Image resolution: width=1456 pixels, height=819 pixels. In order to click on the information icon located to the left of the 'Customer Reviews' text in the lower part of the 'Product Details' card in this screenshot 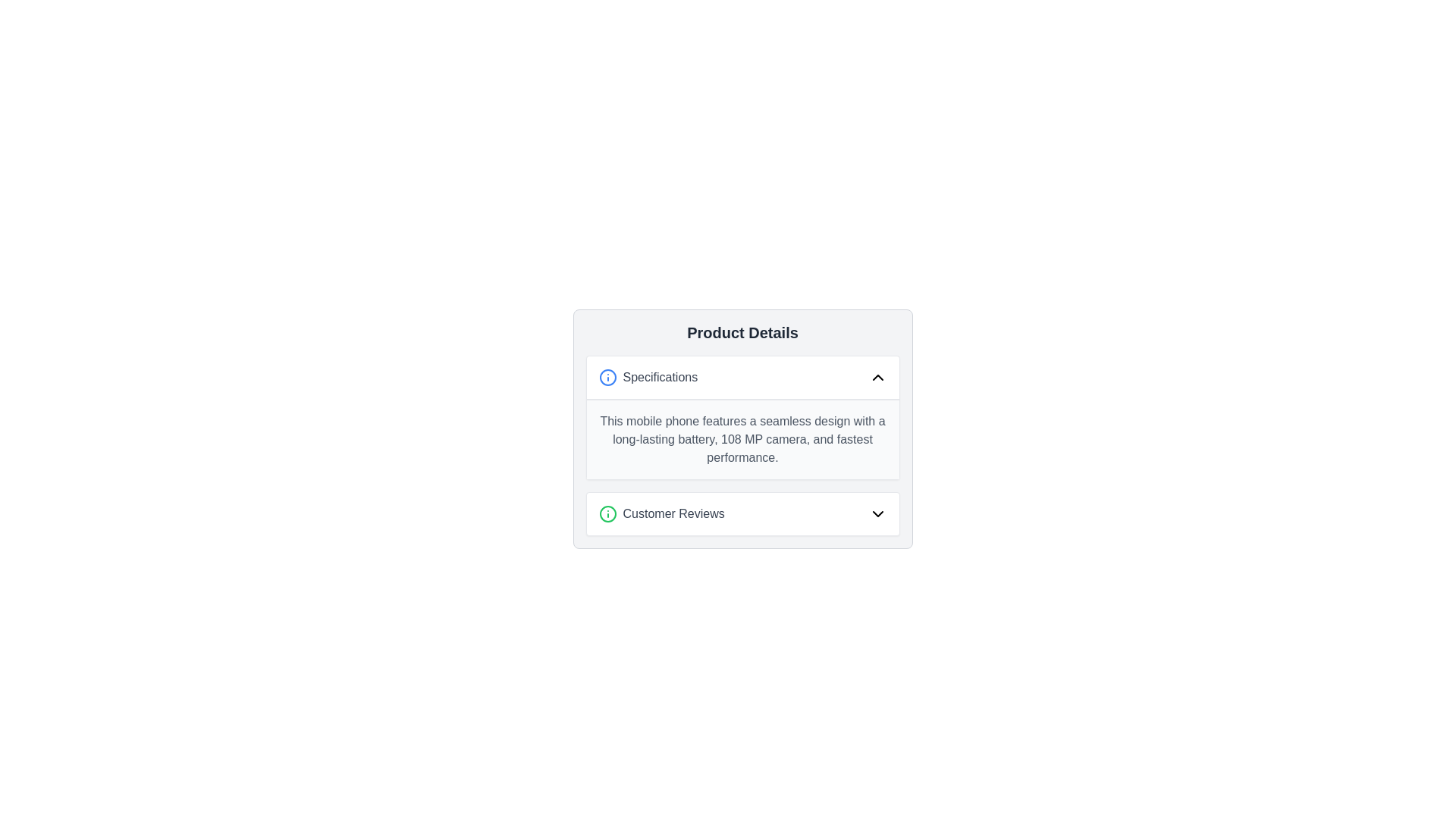, I will do `click(607, 513)`.